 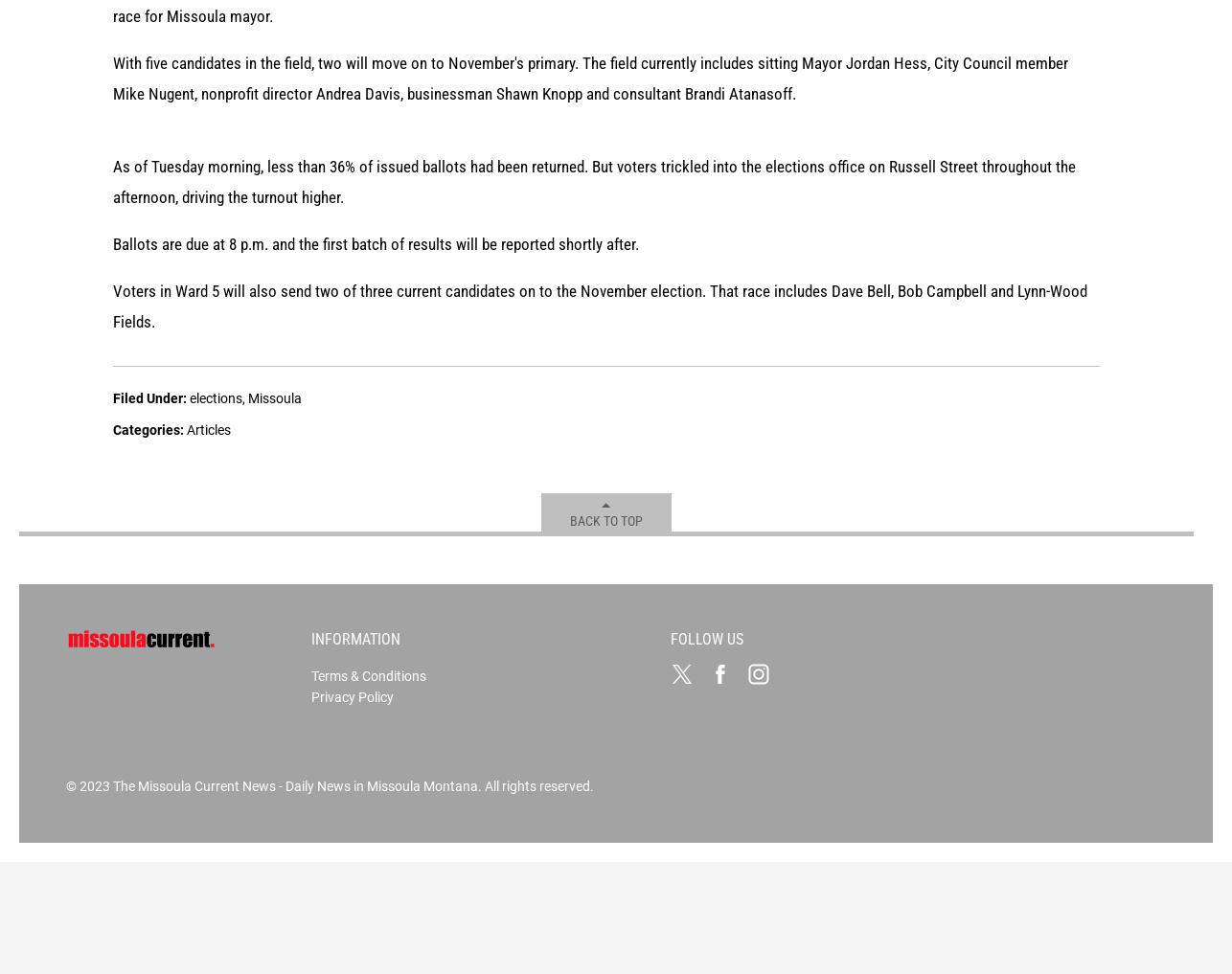 What do you see at coordinates (593, 464) in the screenshot?
I see `'As of Tuesday morning, less than 36% of issued ballots had been returned. But voters trickled into the elections office on Russell Street throughout the afternoon, driving the turnout higher.'` at bounding box center [593, 464].